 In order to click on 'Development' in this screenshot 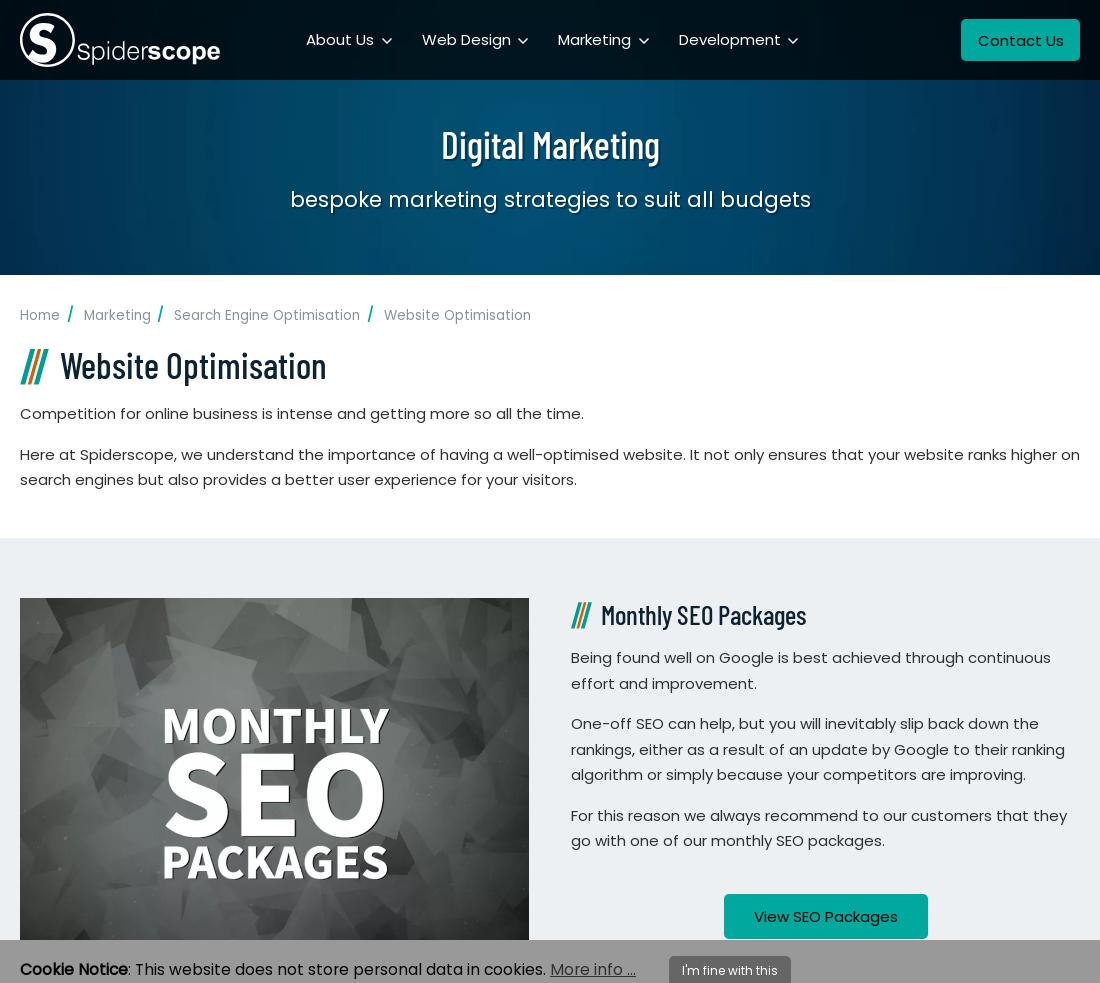, I will do `click(727, 38)`.